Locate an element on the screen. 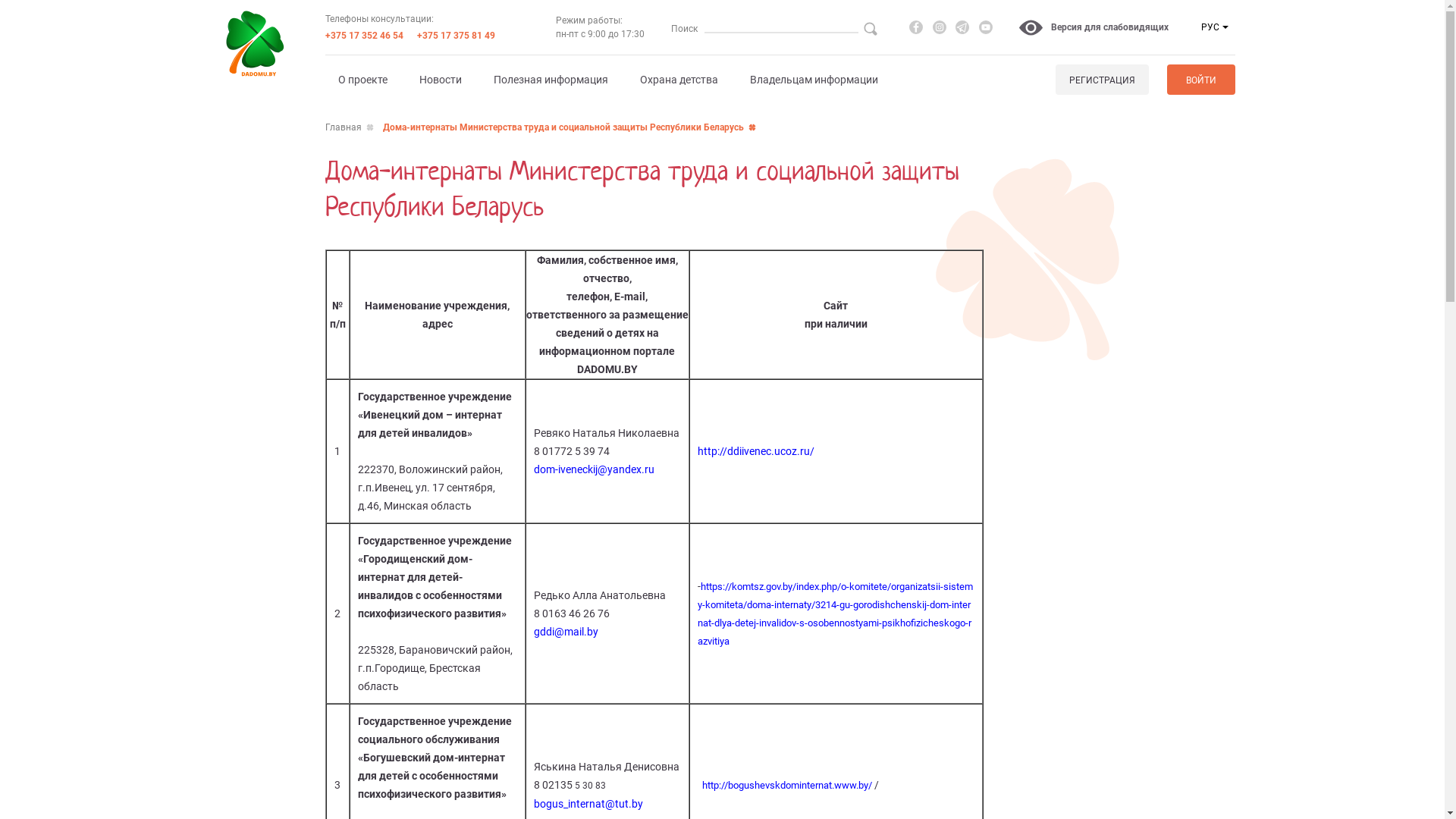 Image resolution: width=1456 pixels, height=819 pixels. 'http://bogushevskdominternat.www.by/' is located at coordinates (701, 785).